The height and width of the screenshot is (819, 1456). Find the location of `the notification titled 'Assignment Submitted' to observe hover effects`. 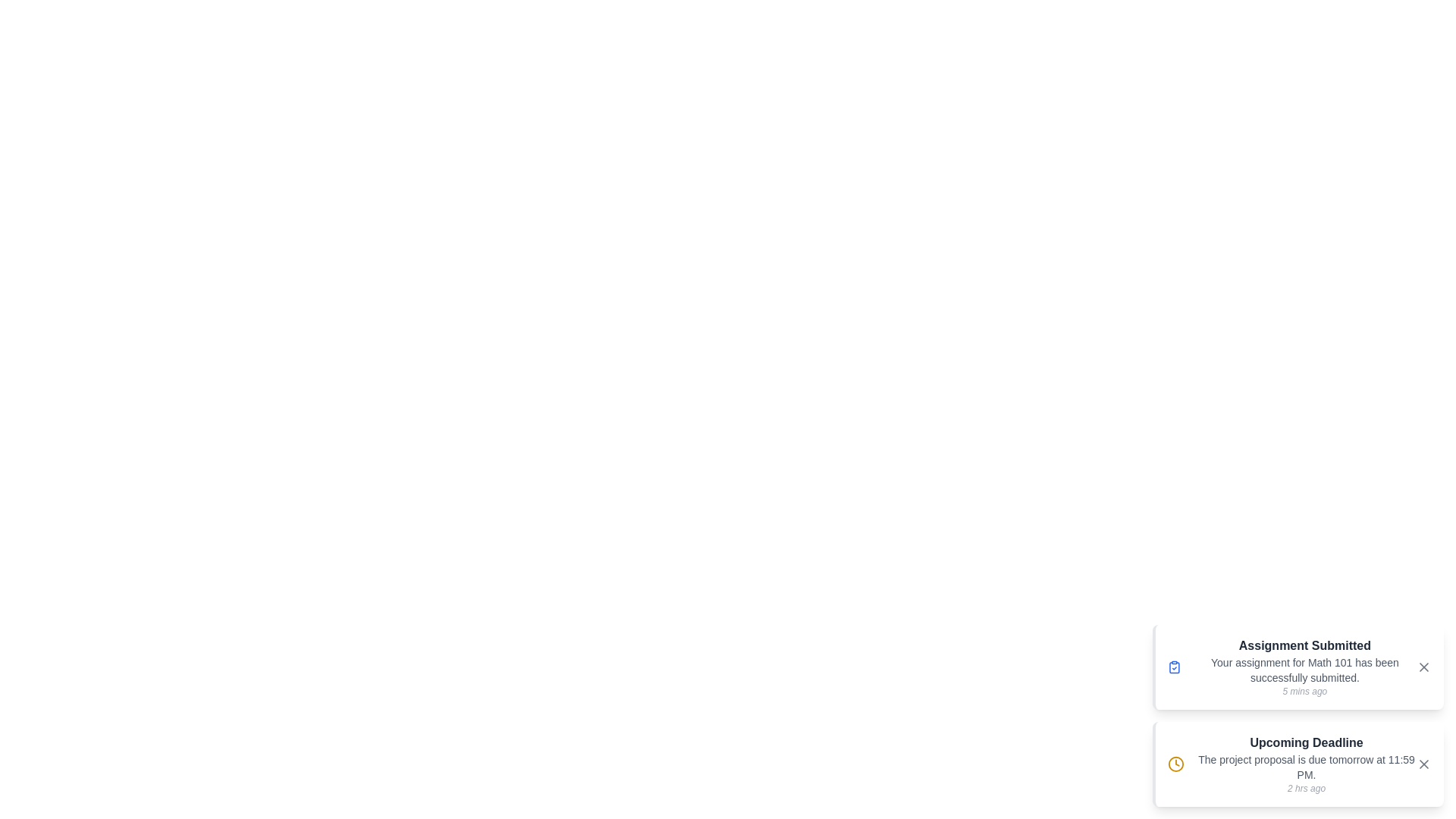

the notification titled 'Assignment Submitted' to observe hover effects is located at coordinates (1298, 666).